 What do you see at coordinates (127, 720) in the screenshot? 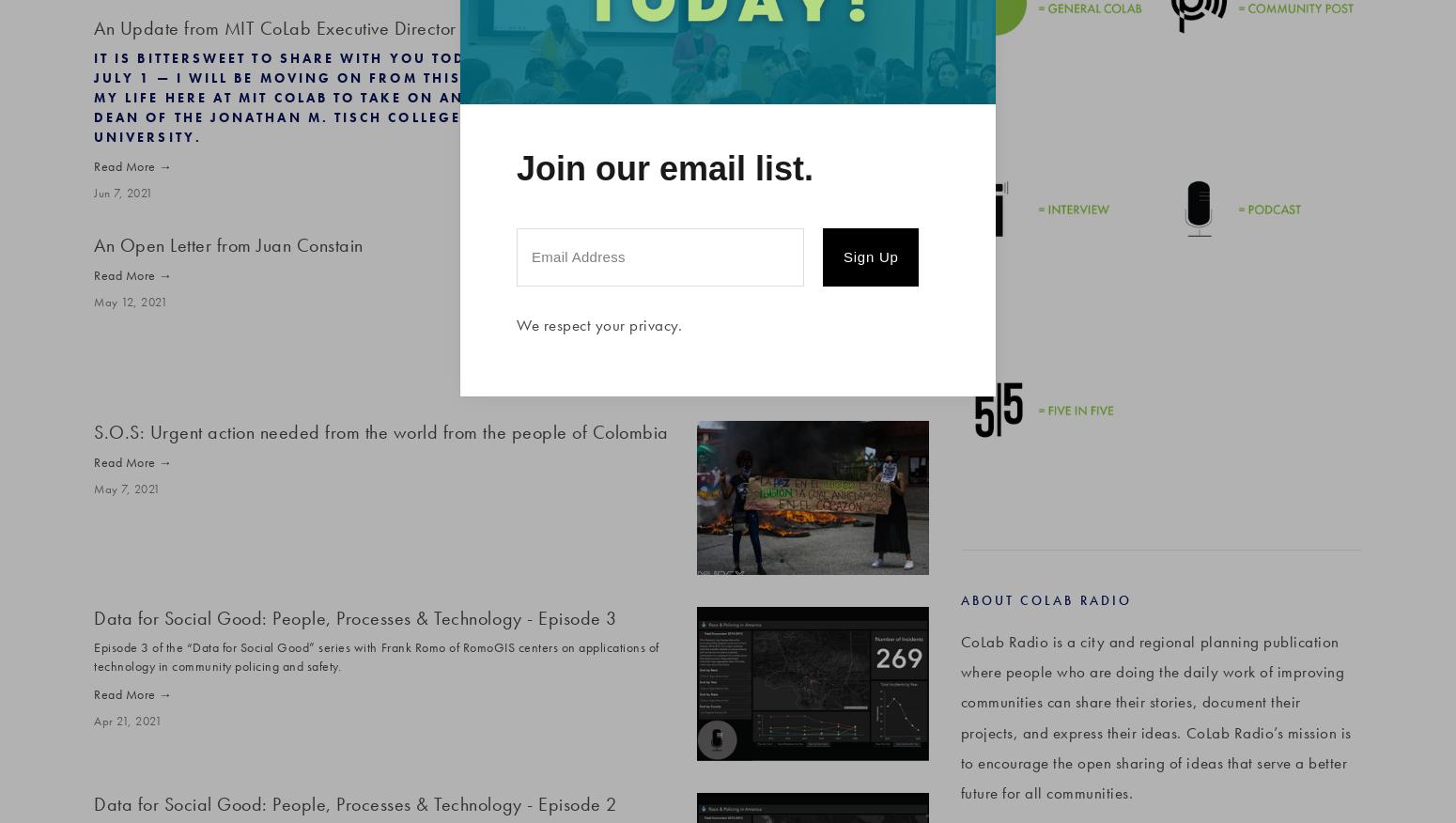
I see `'Apr 21, 2021'` at bounding box center [127, 720].